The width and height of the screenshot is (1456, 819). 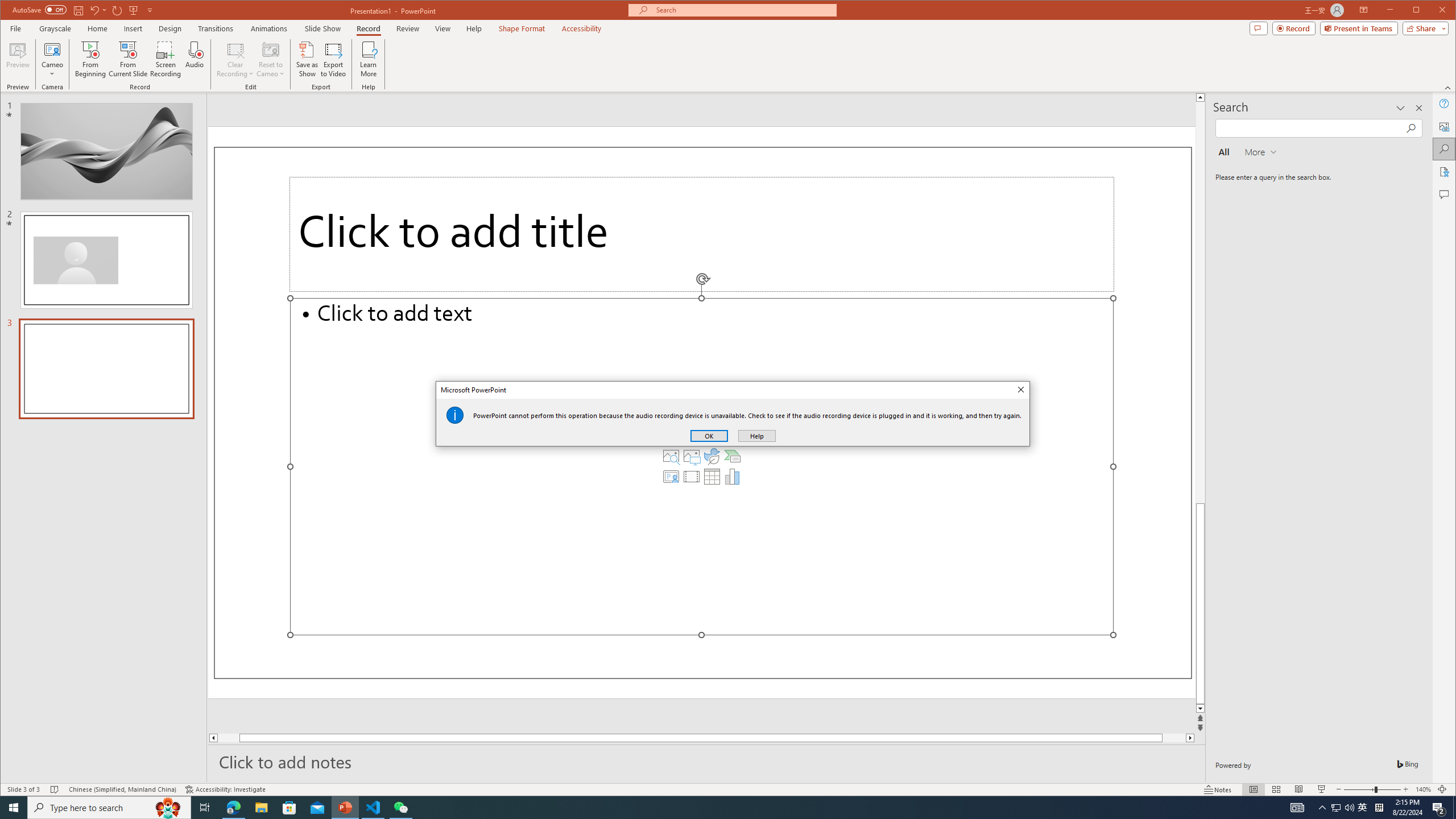 I want to click on 'Maximize', so click(x=1433, y=11).